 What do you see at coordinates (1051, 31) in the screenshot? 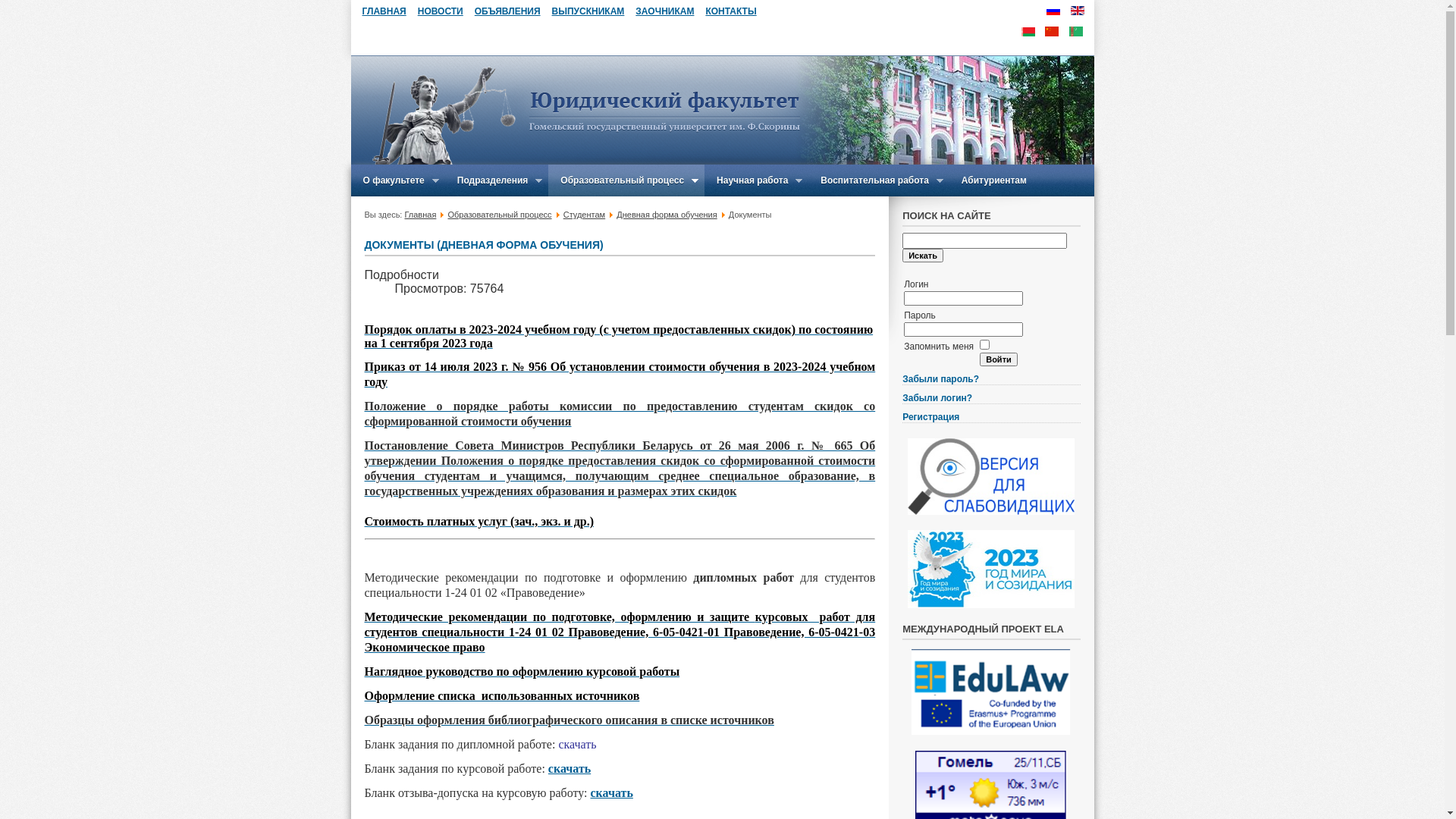
I see `'CN'` at bounding box center [1051, 31].